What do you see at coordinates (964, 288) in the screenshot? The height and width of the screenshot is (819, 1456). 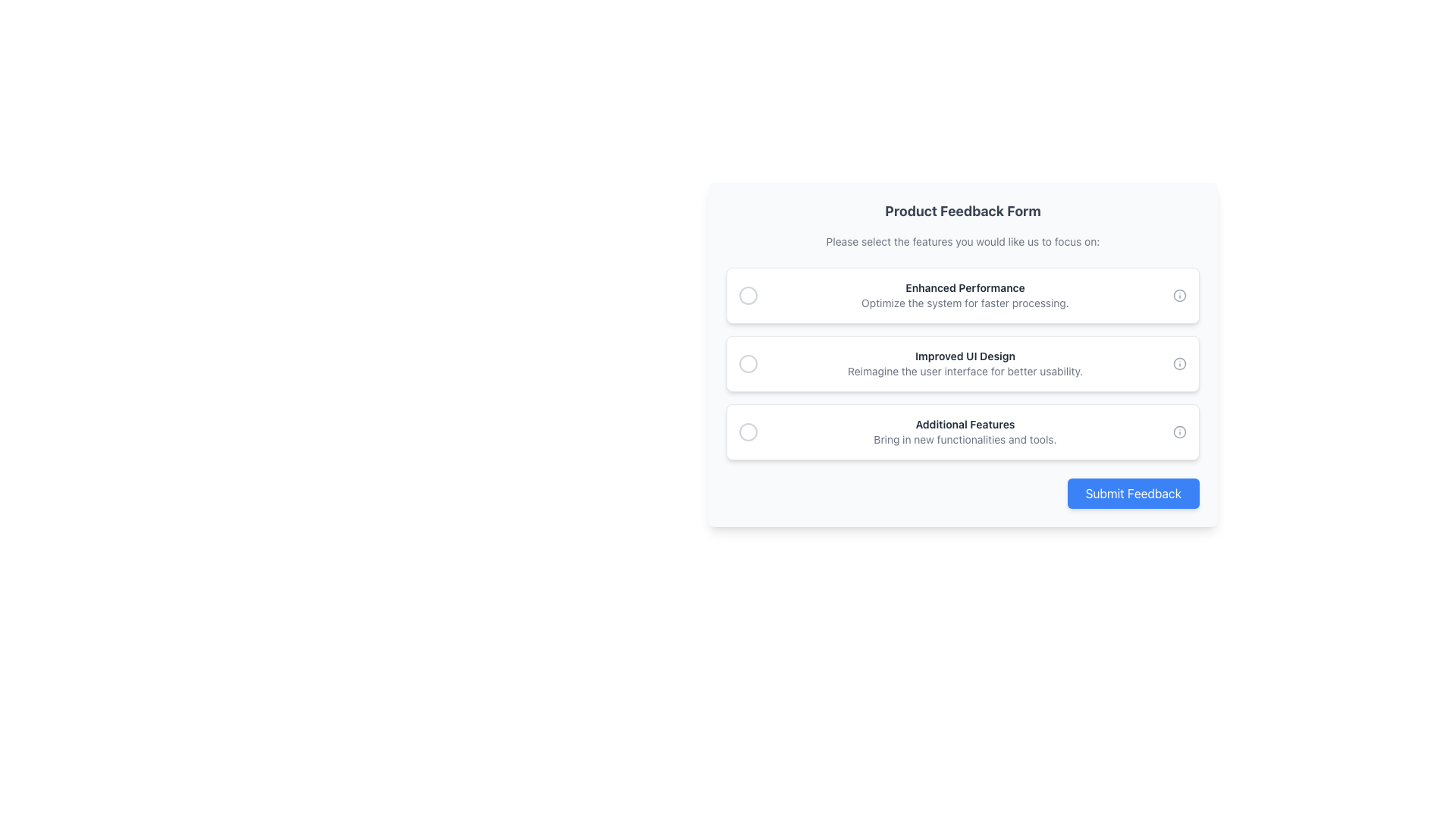 I see `the first text label in the user feedback form, which titles the option and is located at the top of the three cards under the 'Product Feedback Form' heading` at bounding box center [964, 288].